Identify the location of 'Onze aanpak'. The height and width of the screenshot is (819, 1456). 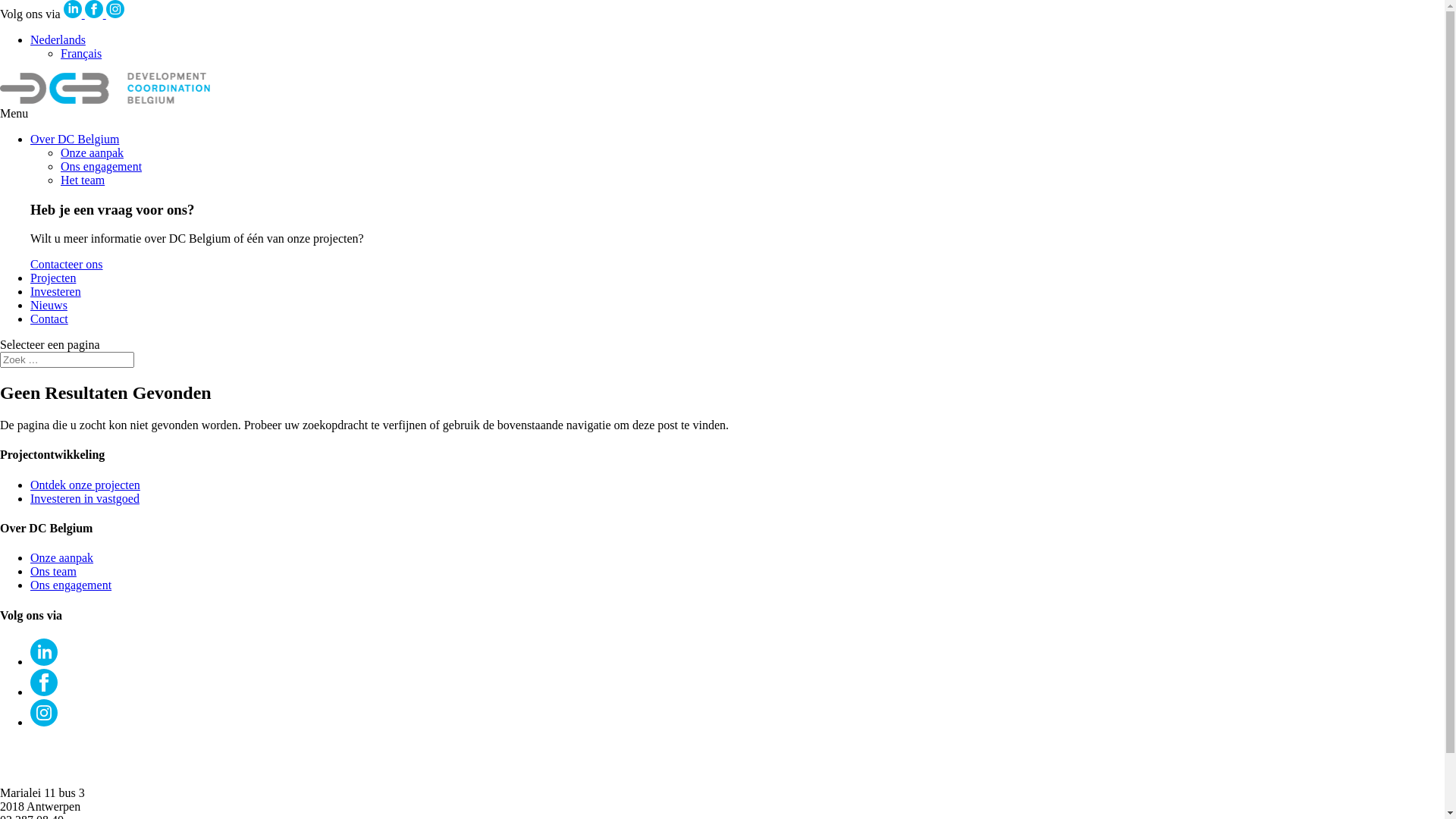
(61, 557).